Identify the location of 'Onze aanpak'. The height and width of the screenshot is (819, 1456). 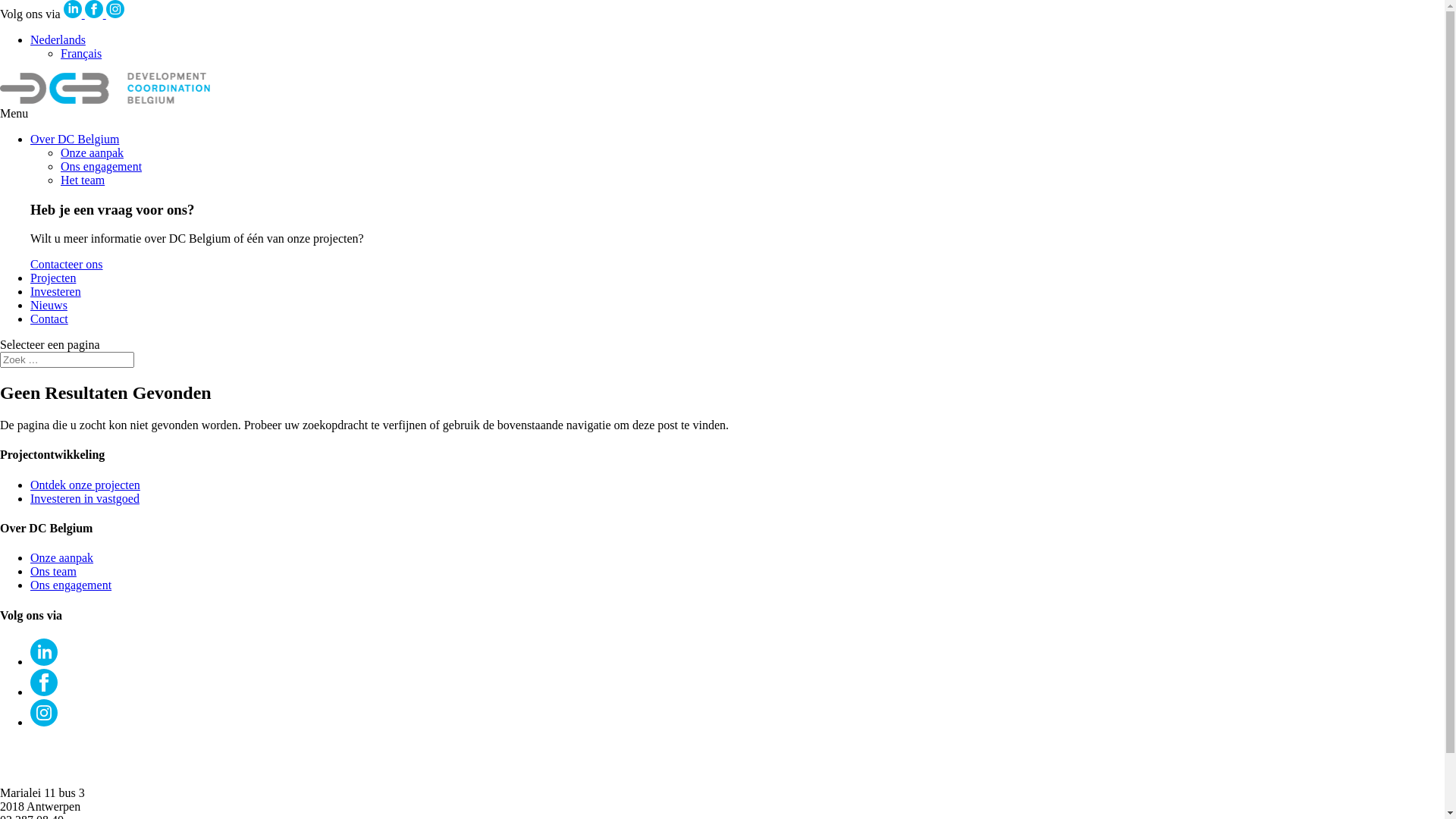
(61, 557).